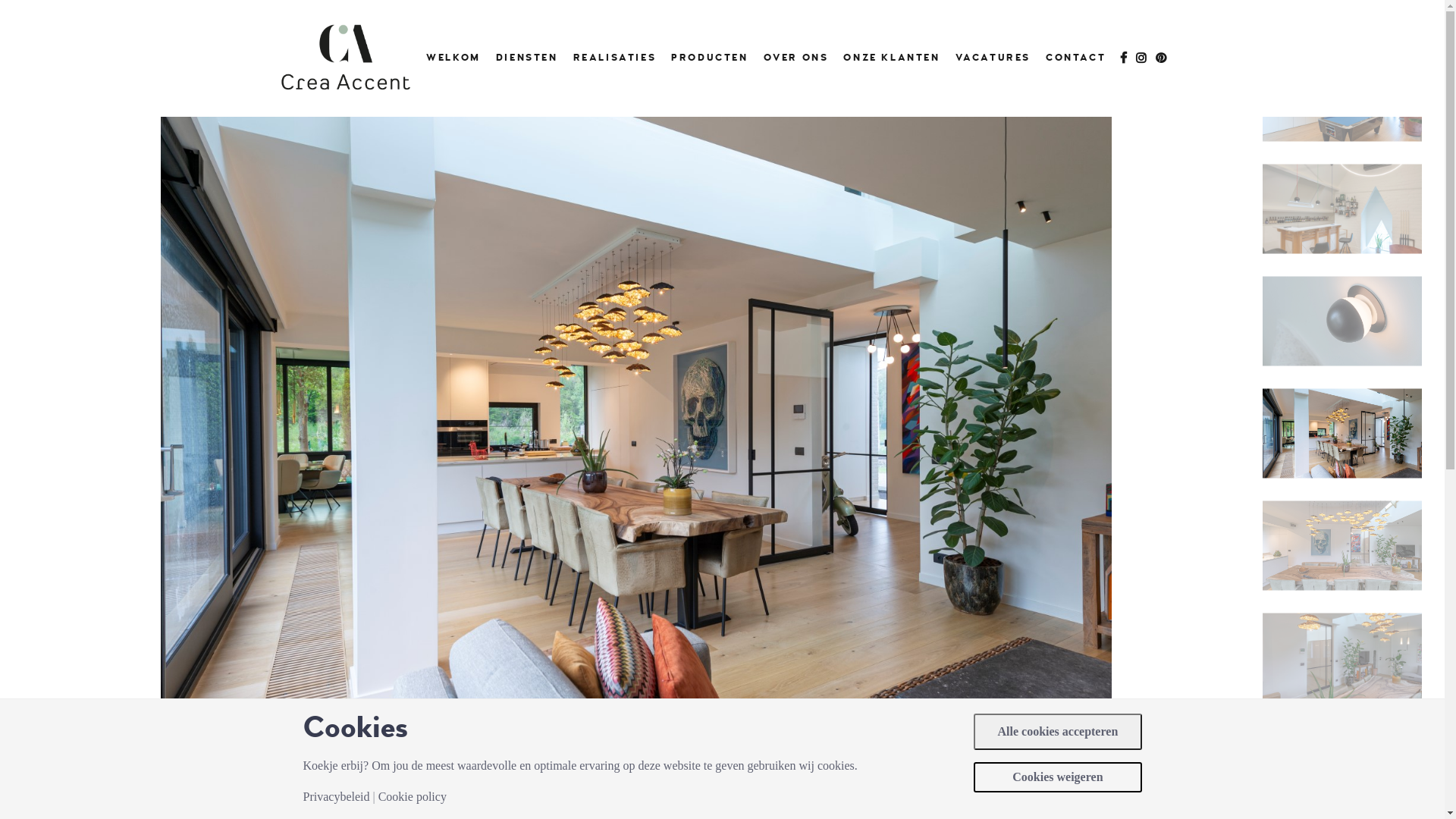 This screenshot has width=1456, height=819. What do you see at coordinates (615, 57) in the screenshot?
I see `'REALISATIES'` at bounding box center [615, 57].